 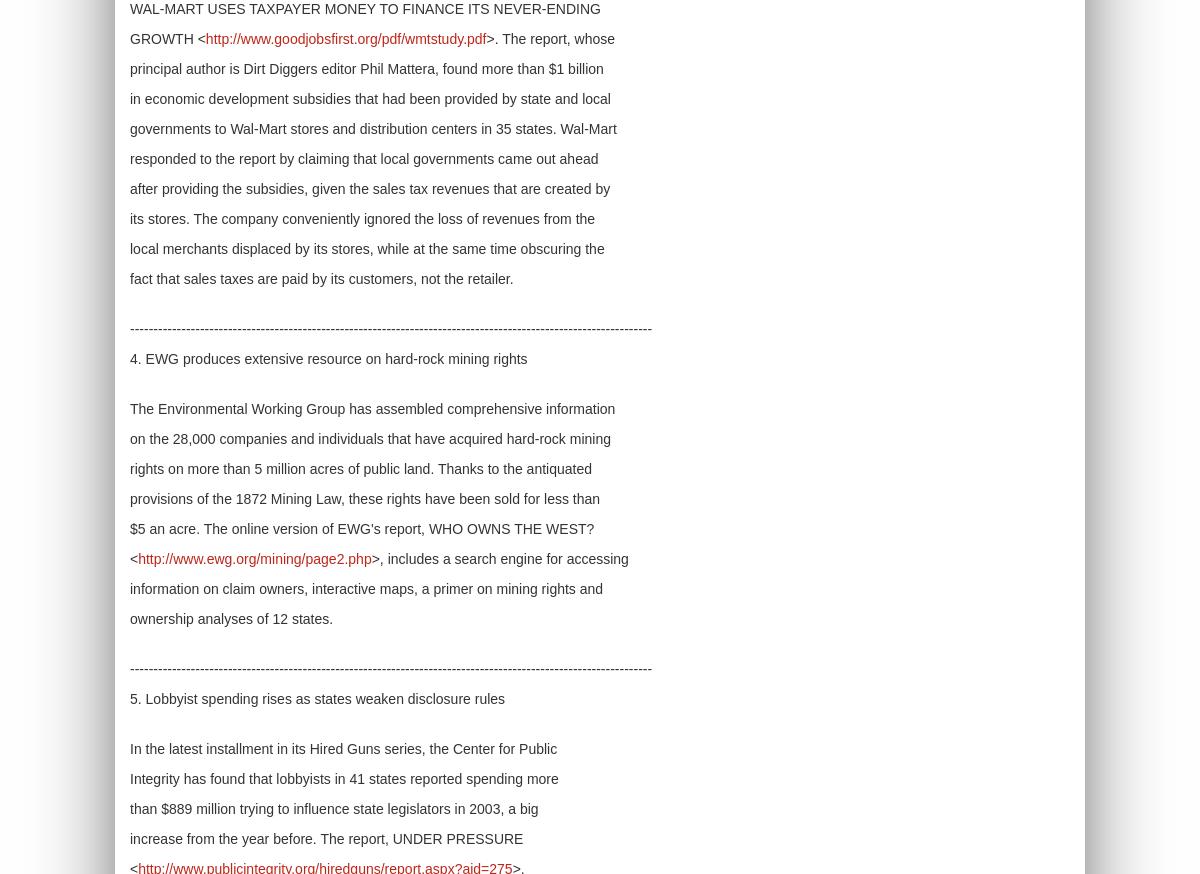 I want to click on 'its stores. The company conveniently ignored the loss of revenues from the', so click(x=362, y=218).